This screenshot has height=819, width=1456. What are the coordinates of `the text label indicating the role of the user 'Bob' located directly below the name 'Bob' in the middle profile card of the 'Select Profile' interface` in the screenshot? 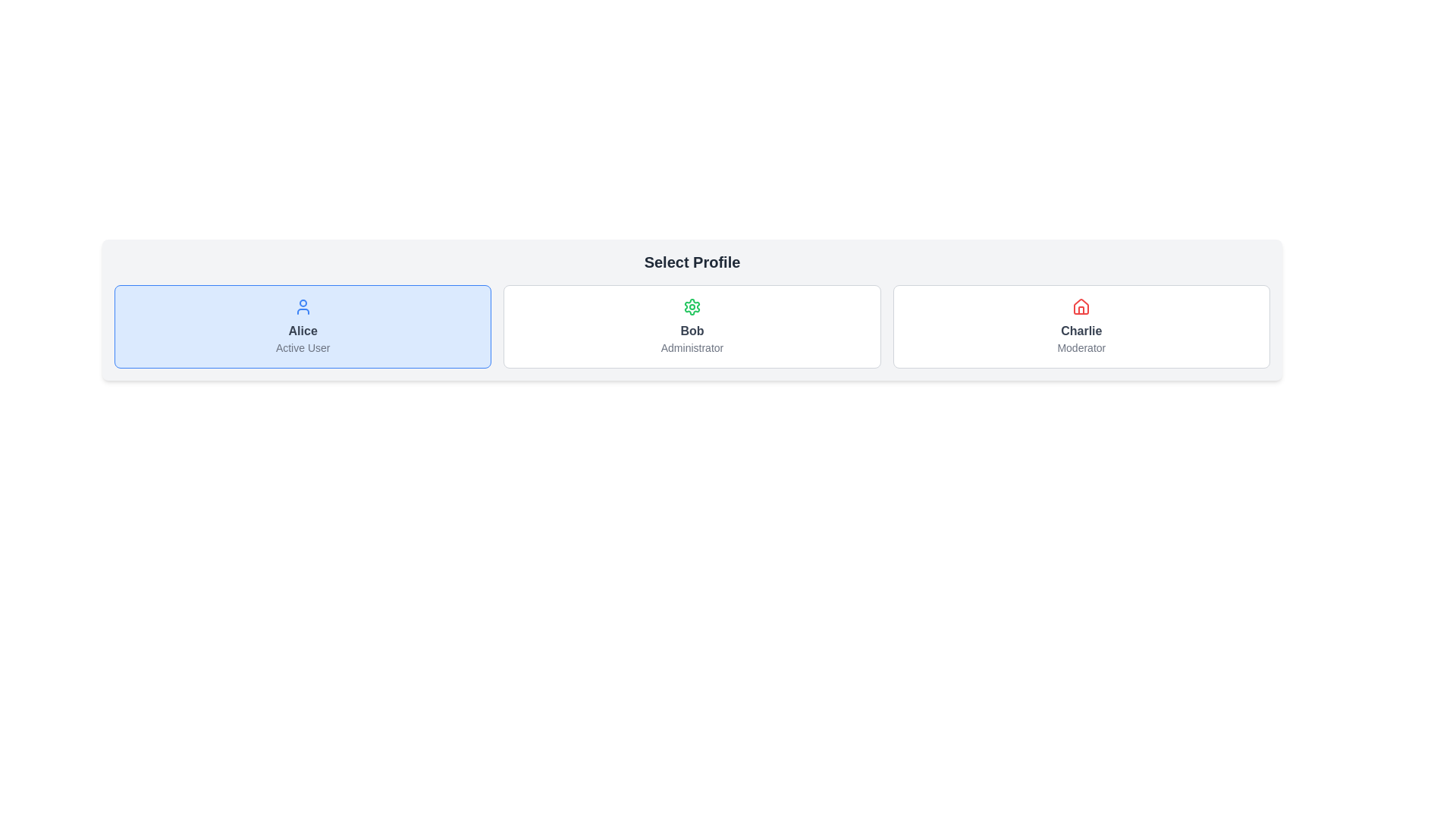 It's located at (691, 348).